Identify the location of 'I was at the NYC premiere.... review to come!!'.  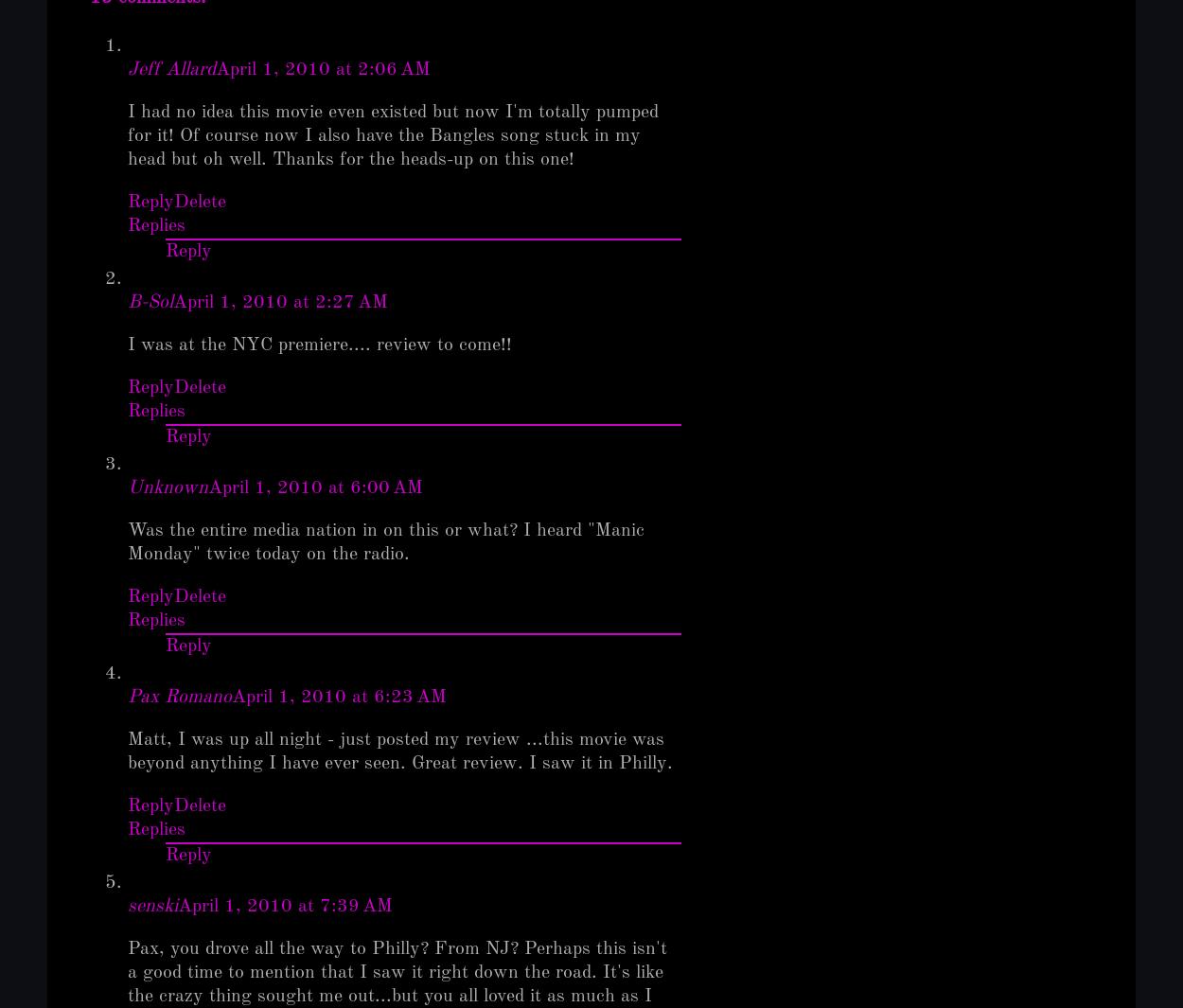
(318, 344).